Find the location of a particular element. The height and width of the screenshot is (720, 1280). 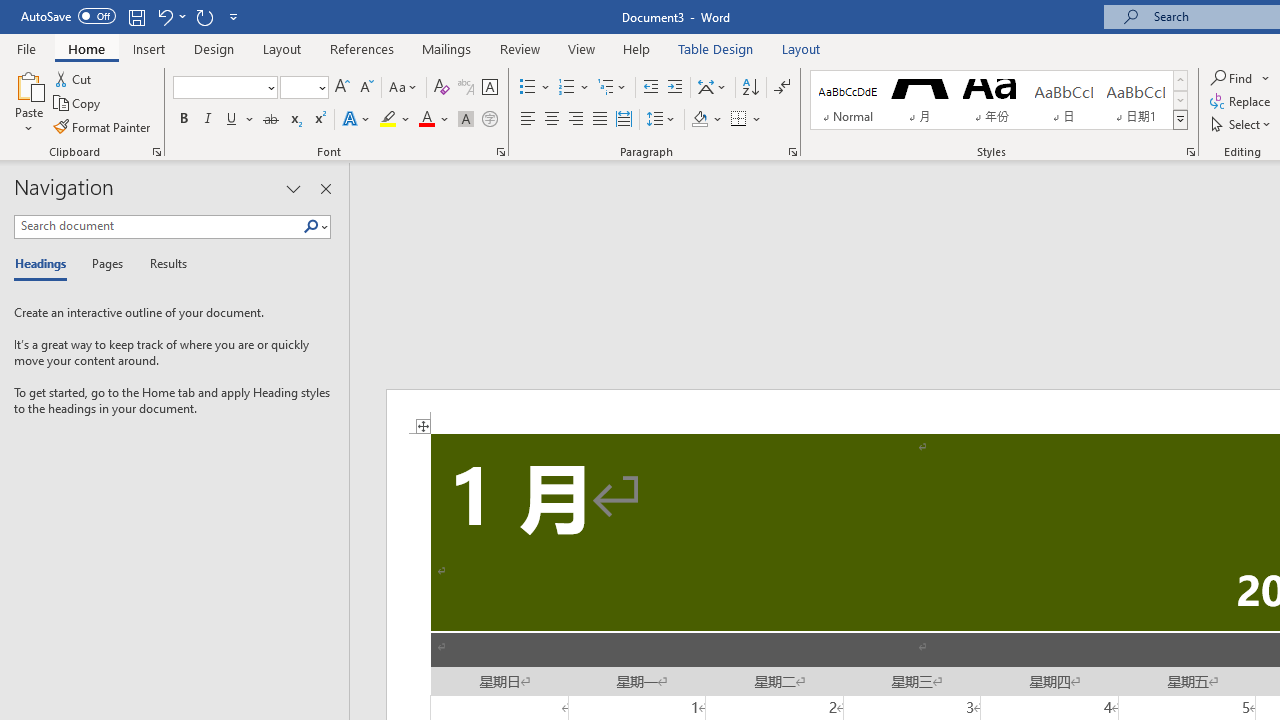

'Sort...' is located at coordinates (749, 86).